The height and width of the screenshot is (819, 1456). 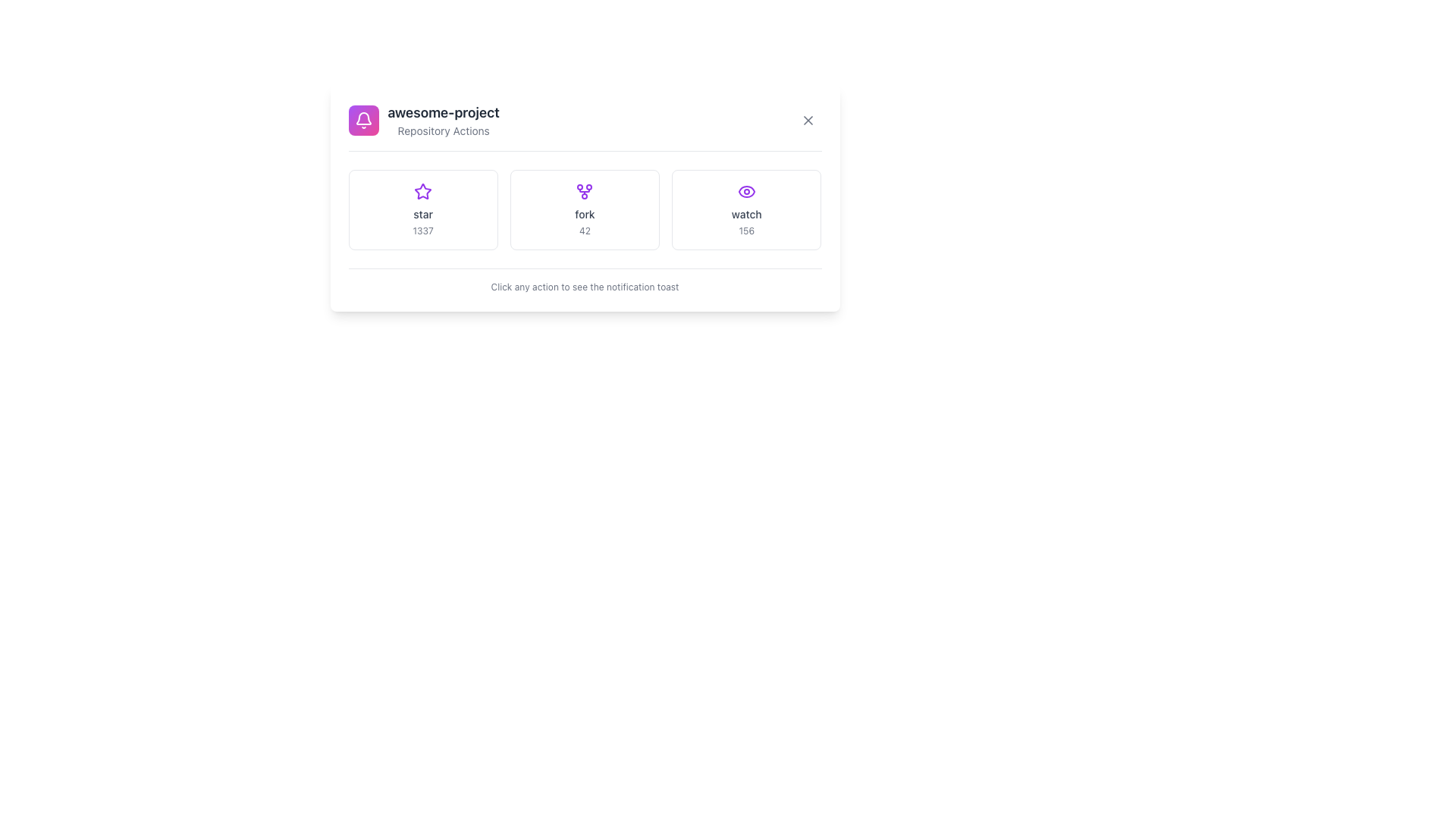 What do you see at coordinates (424, 119) in the screenshot?
I see `the informational header displaying the project title 'awesome-project' and the subtitle 'Repository Actions', which is located in the upper left corner of the modal and features a bell icon on the left` at bounding box center [424, 119].